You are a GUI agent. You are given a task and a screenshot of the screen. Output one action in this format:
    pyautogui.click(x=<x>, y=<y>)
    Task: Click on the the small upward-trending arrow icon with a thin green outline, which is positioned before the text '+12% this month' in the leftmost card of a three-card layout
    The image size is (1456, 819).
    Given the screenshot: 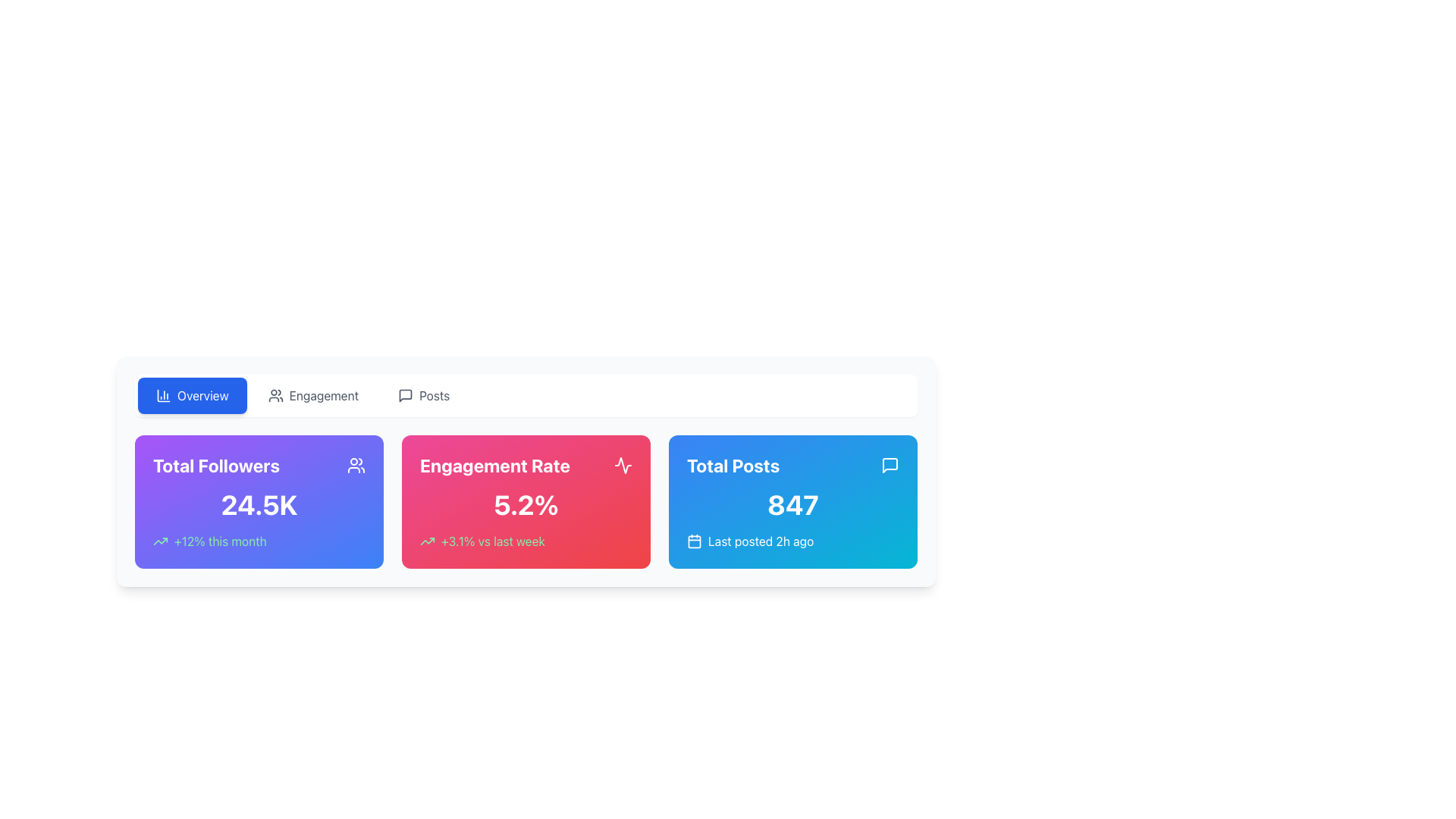 What is the action you would take?
    pyautogui.click(x=160, y=540)
    